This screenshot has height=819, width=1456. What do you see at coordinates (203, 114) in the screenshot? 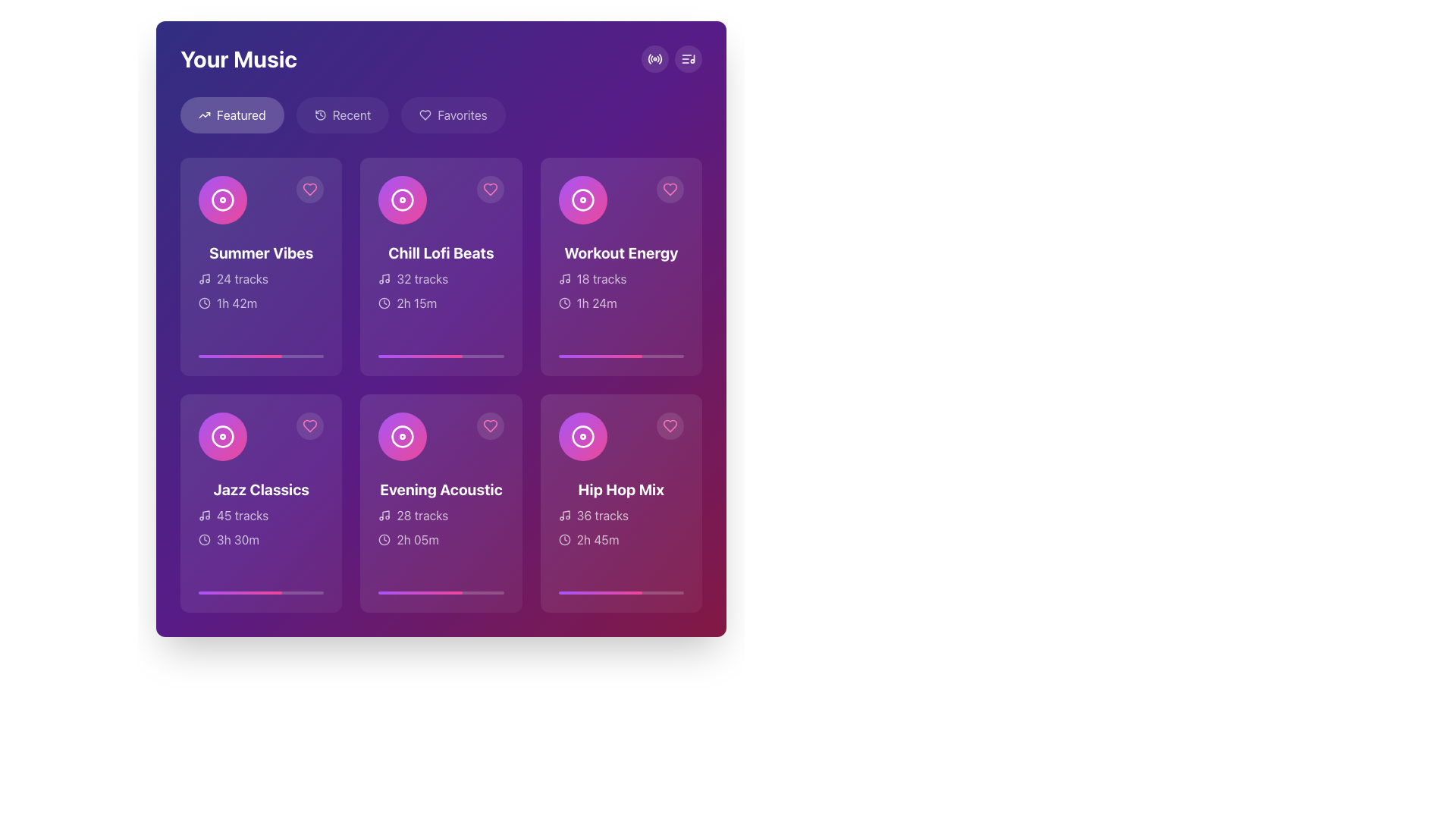
I see `the upward-trending line graph icon located to the left of the 'Featured' text within the button group at the top-left of the interface` at bounding box center [203, 114].